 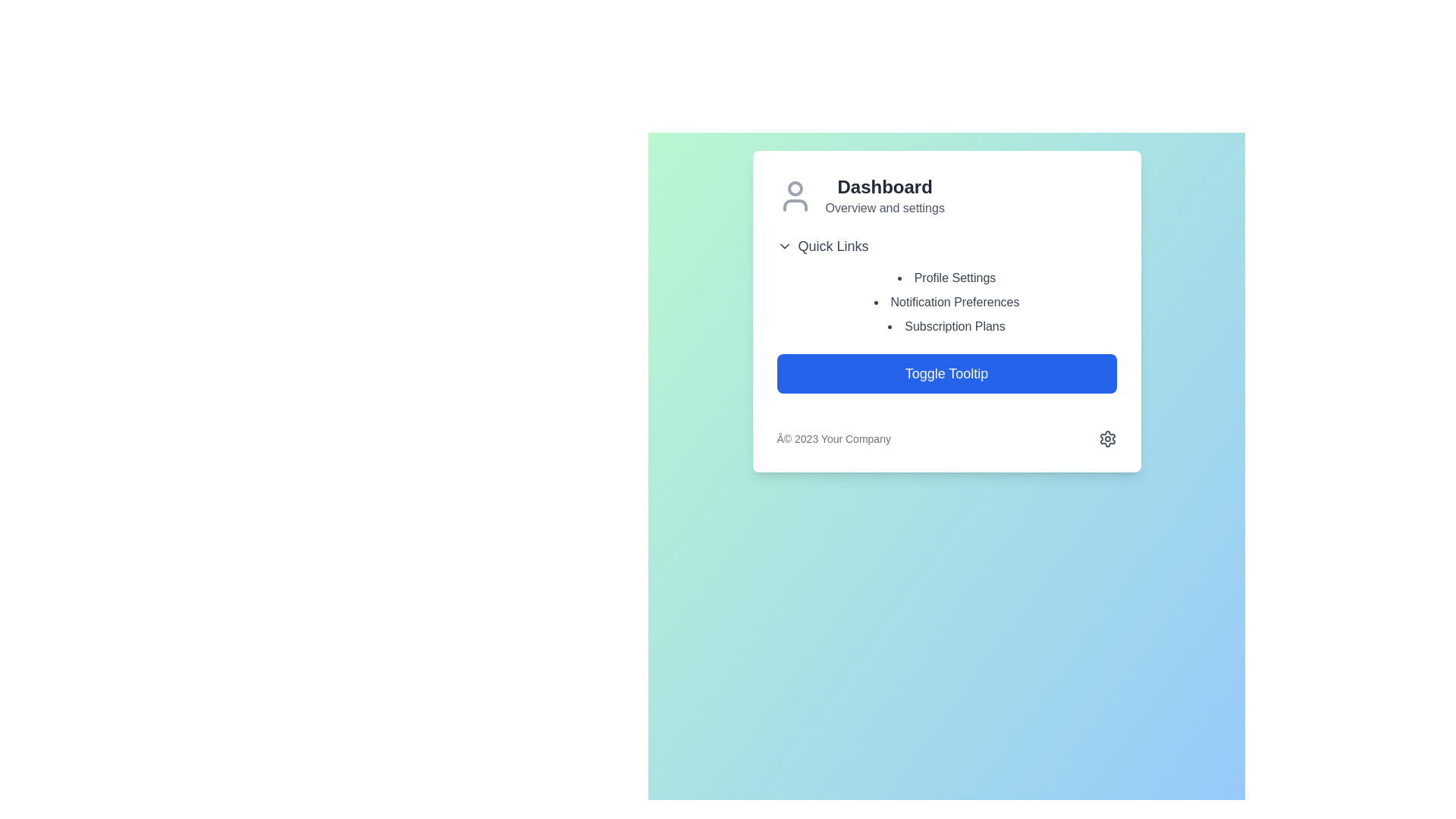 What do you see at coordinates (946, 278) in the screenshot?
I see `the 'Profile Settings' text label, which is styled in gray (#707070) and aligned to the left in a bulleted list under 'Quick Links'` at bounding box center [946, 278].